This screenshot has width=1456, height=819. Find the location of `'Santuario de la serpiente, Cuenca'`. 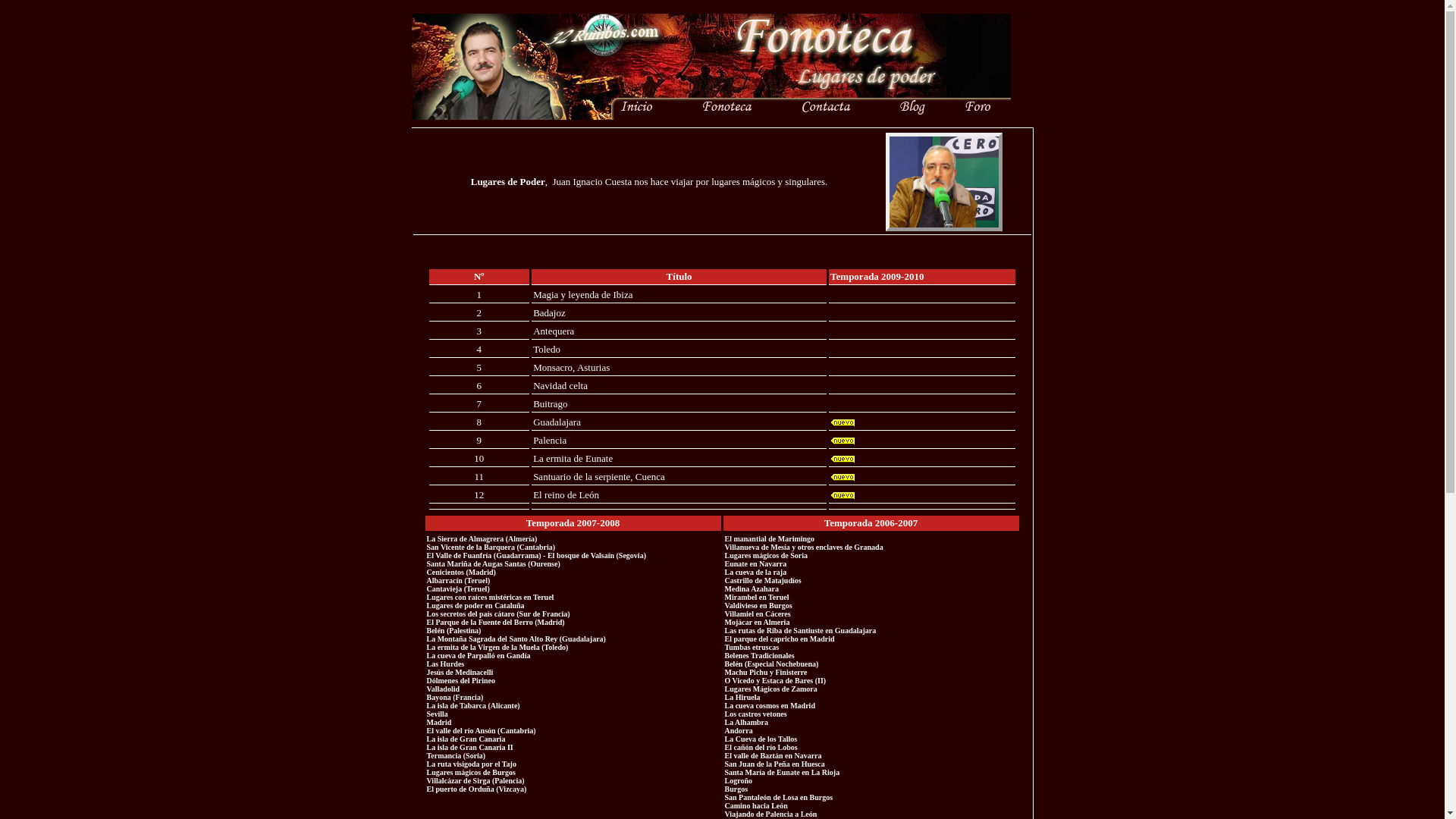

'Santuario de la serpiente, Cuenca' is located at coordinates (598, 475).